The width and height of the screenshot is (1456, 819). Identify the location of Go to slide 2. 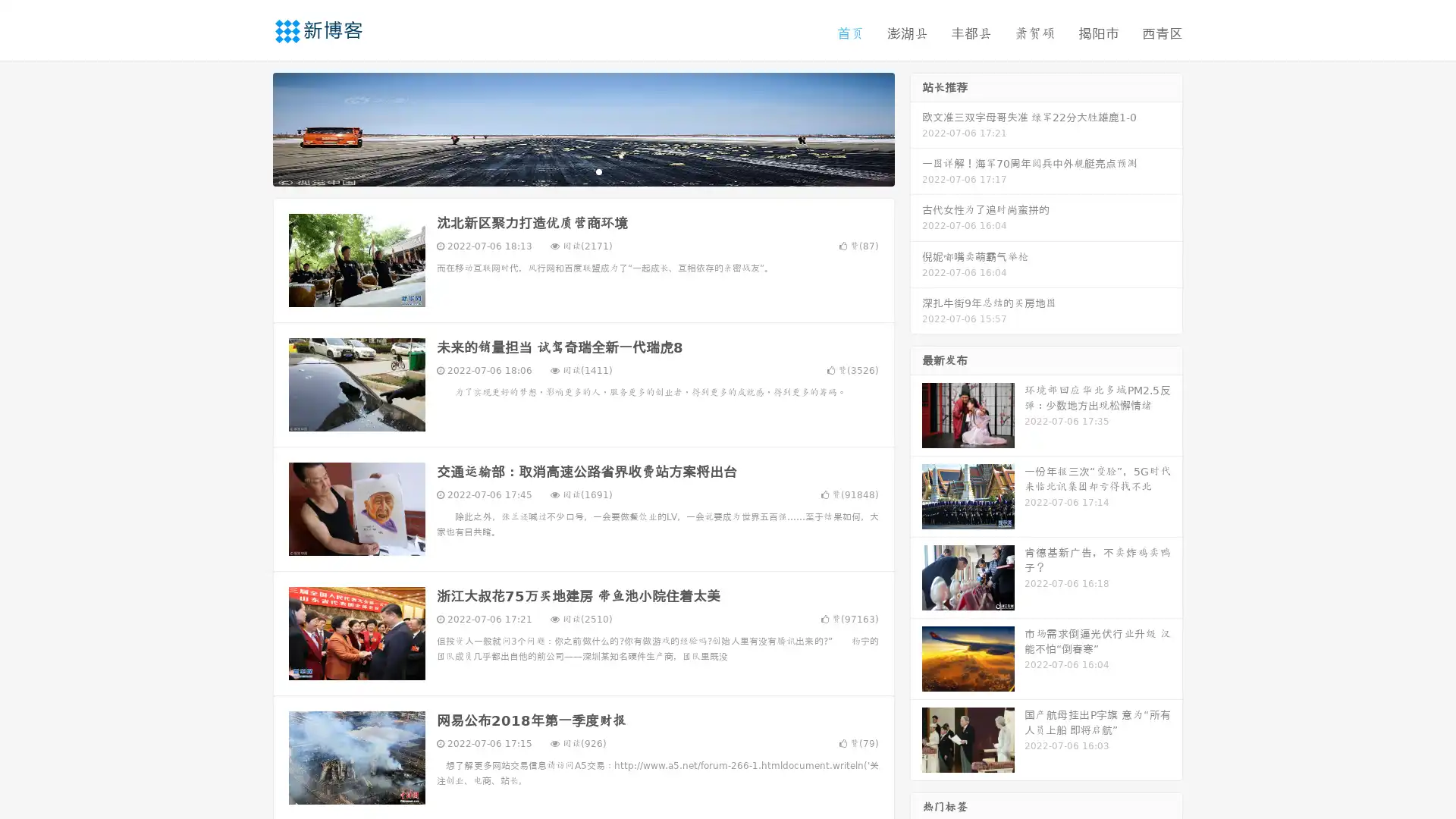
(582, 171).